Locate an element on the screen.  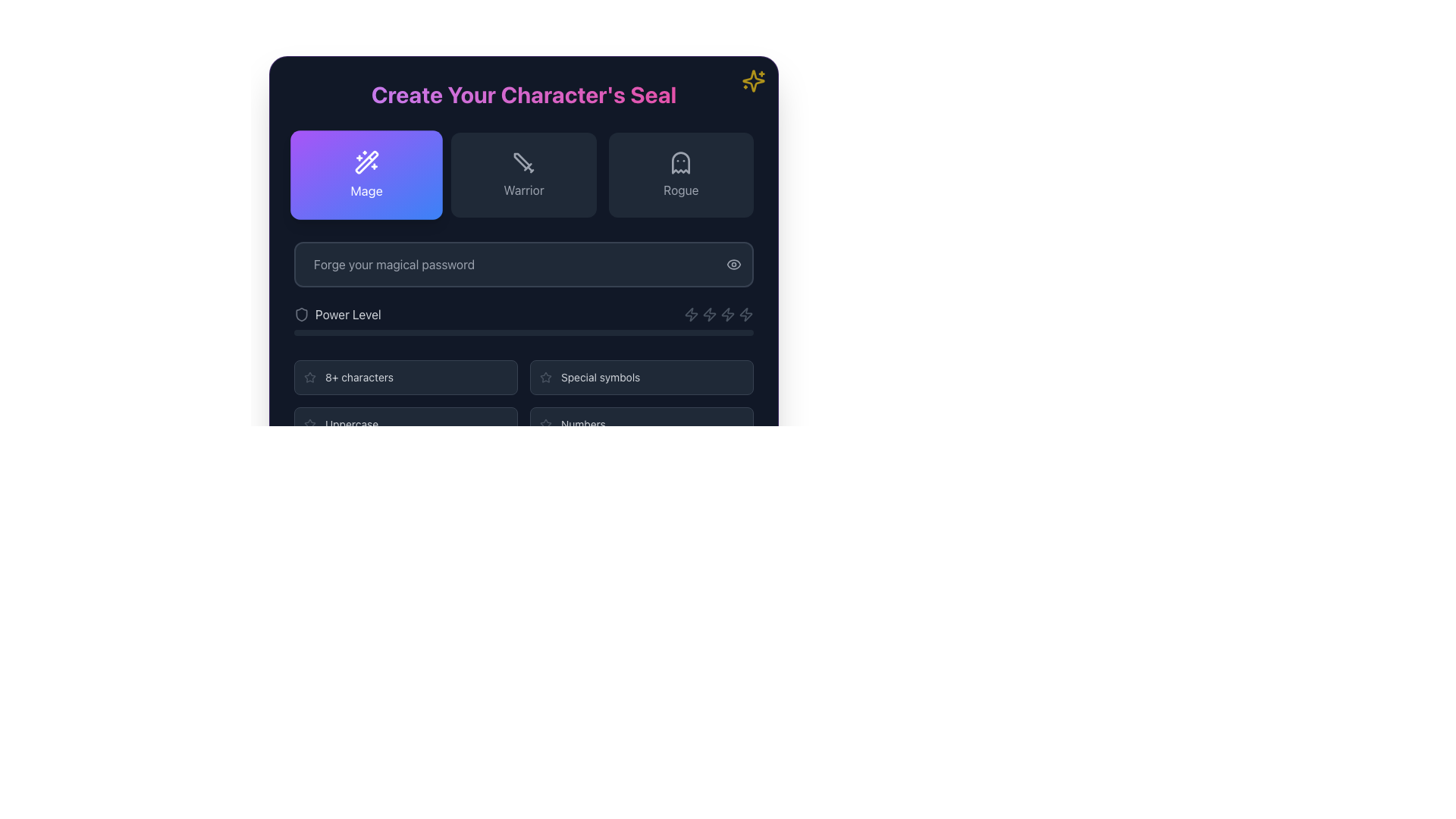
the lightning-shaped icon located at the bottom-right corner of the password input field, which represents a specific action or status related to the input above it is located at coordinates (745, 314).